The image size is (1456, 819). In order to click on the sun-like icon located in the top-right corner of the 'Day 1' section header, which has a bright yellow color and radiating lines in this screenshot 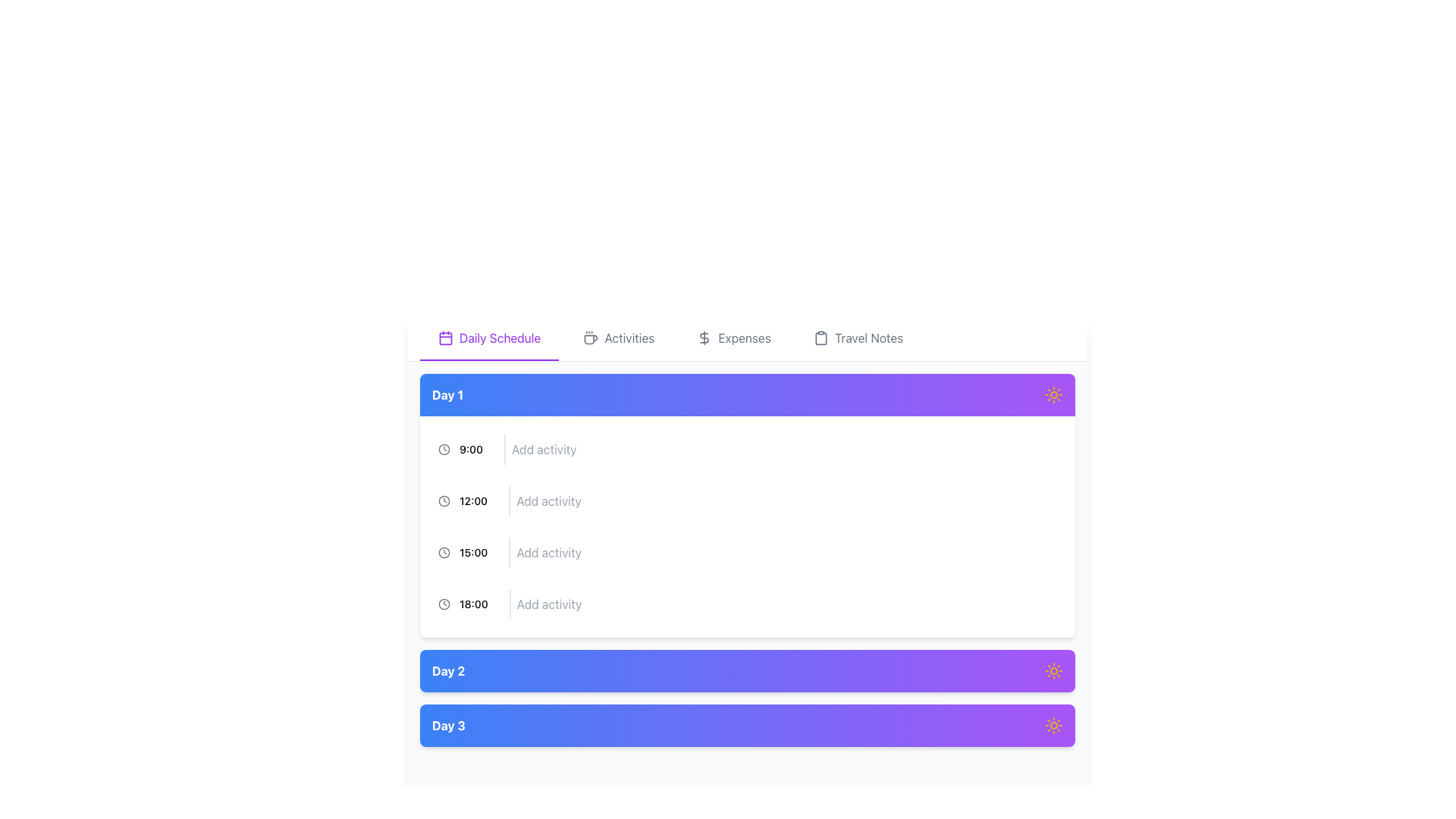, I will do `click(1053, 394)`.